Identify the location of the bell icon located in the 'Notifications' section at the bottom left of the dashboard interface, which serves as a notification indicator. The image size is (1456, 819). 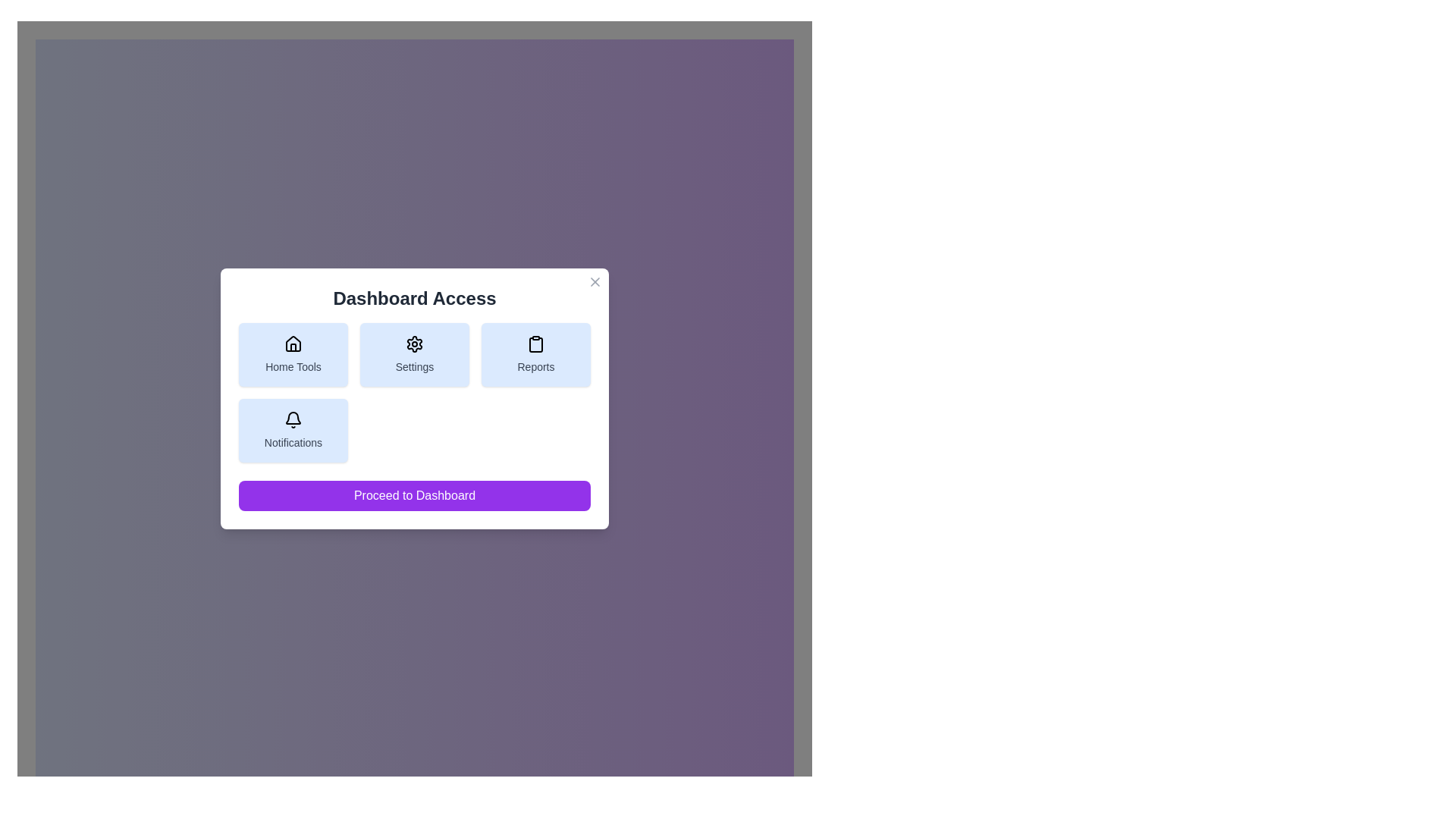
(293, 420).